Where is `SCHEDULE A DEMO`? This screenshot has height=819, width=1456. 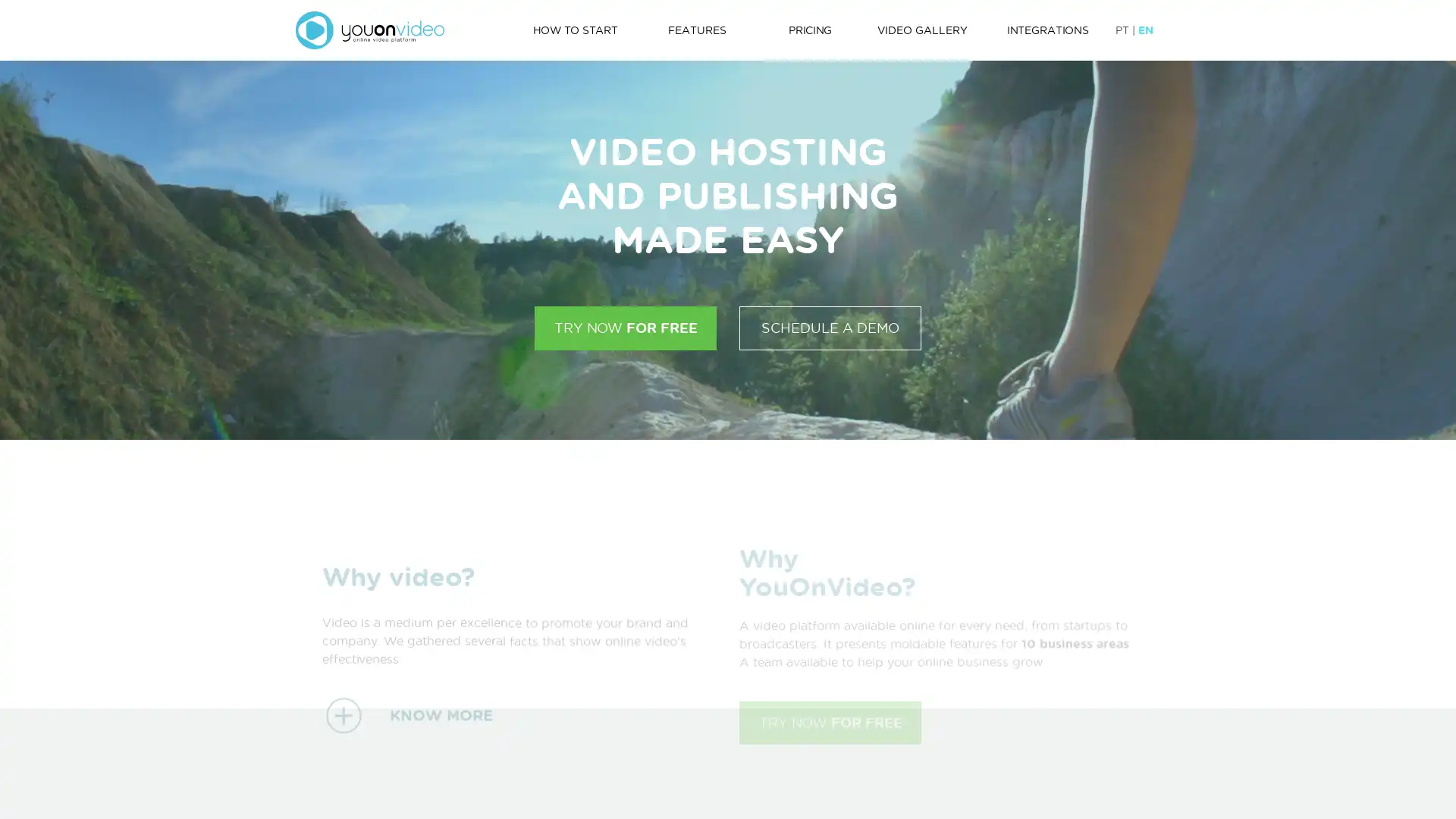
SCHEDULE A DEMO is located at coordinates (829, 327).